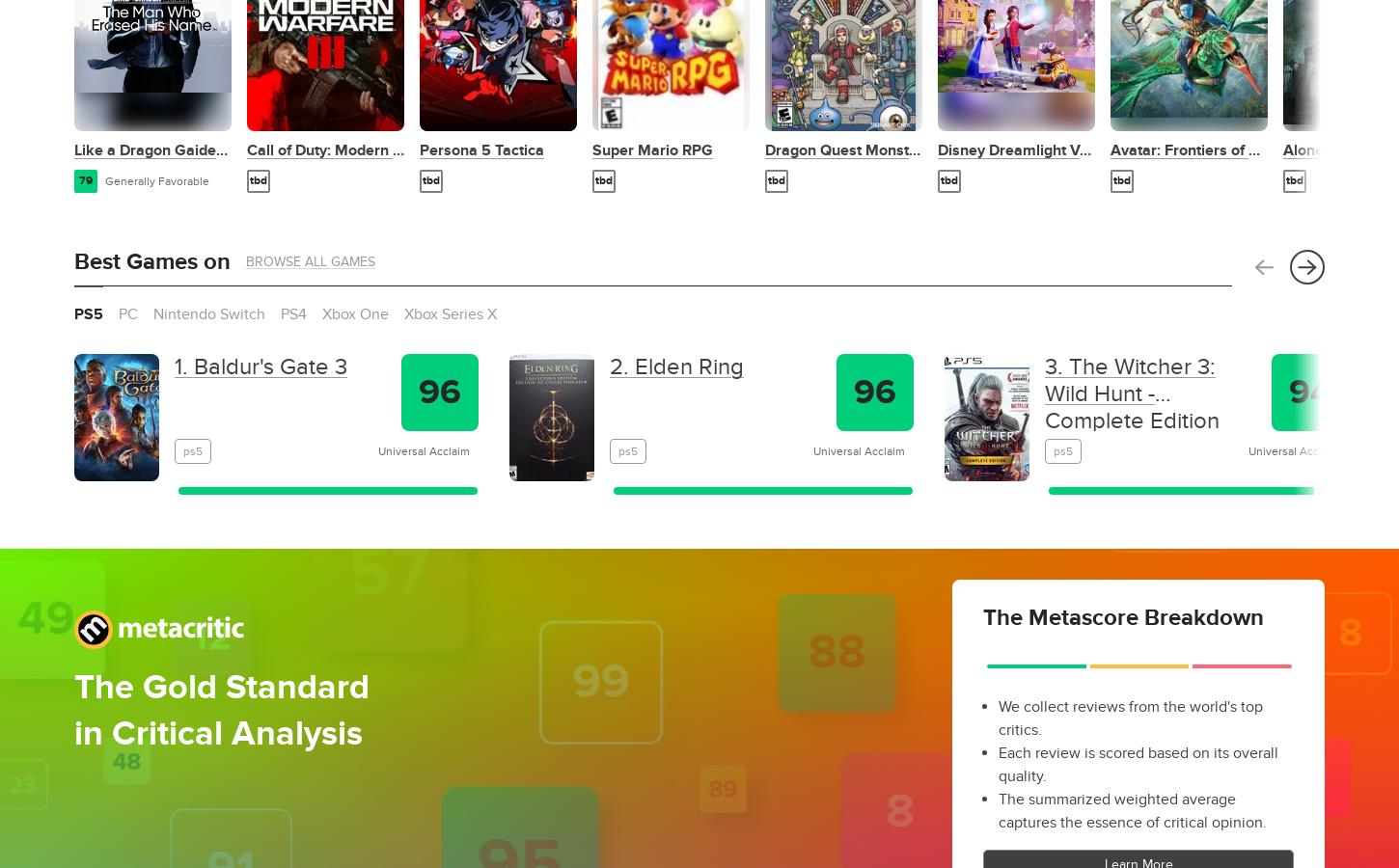 The height and width of the screenshot is (868, 1399). I want to click on 'Call of Duty: Modern Warfare III', so click(354, 149).